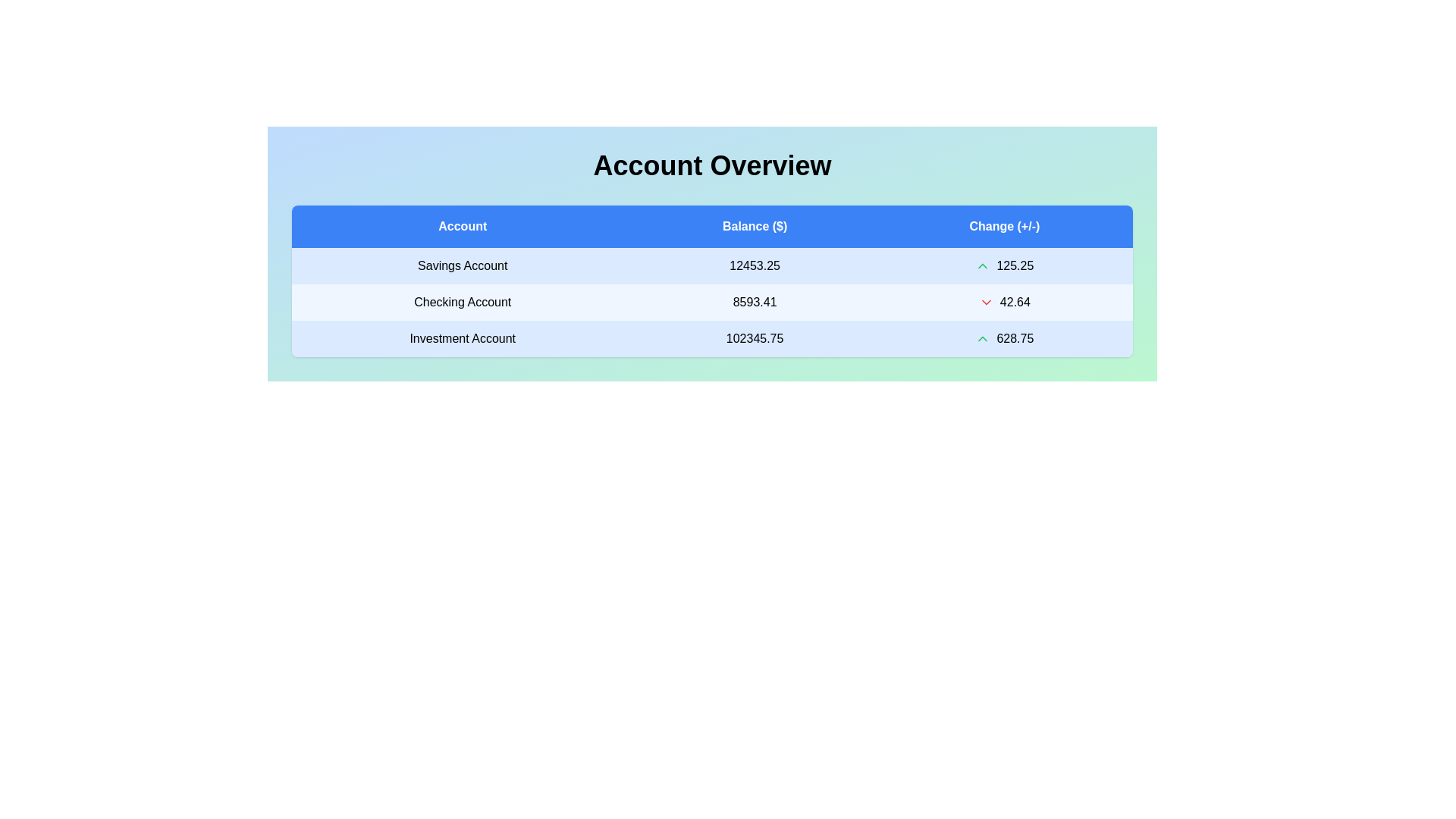 This screenshot has height=819, width=1456. I want to click on the row corresponding to Investment Account to view its details, so click(462, 338).